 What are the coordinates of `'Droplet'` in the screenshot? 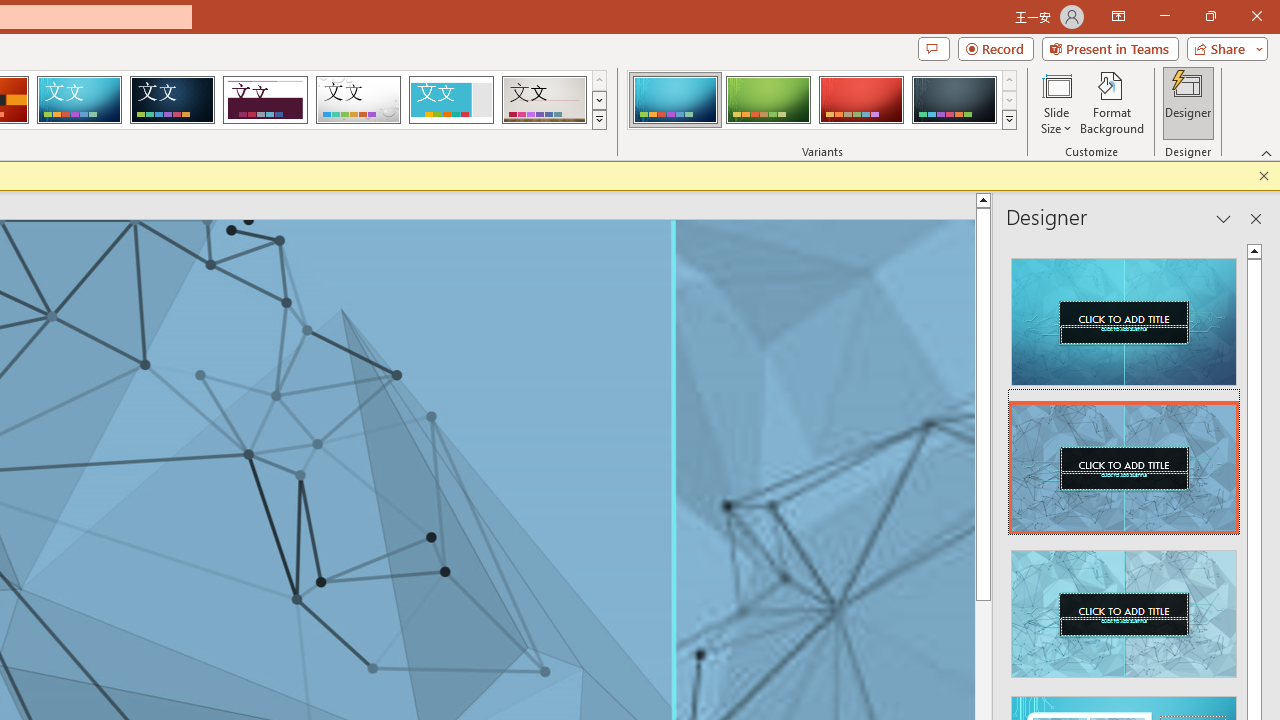 It's located at (358, 100).